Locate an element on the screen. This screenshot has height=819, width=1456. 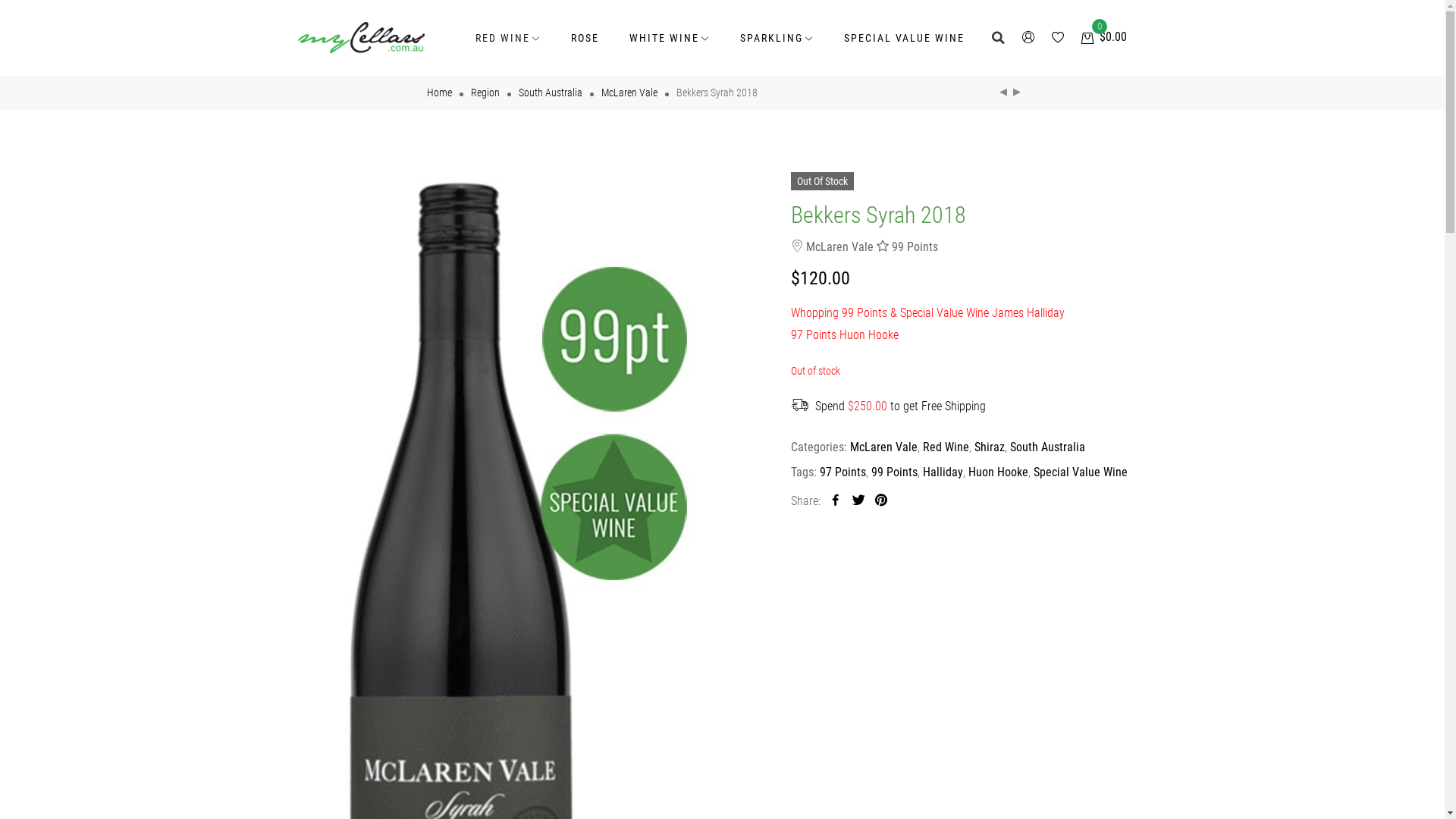
'RED WINE' is located at coordinates (459, 37).